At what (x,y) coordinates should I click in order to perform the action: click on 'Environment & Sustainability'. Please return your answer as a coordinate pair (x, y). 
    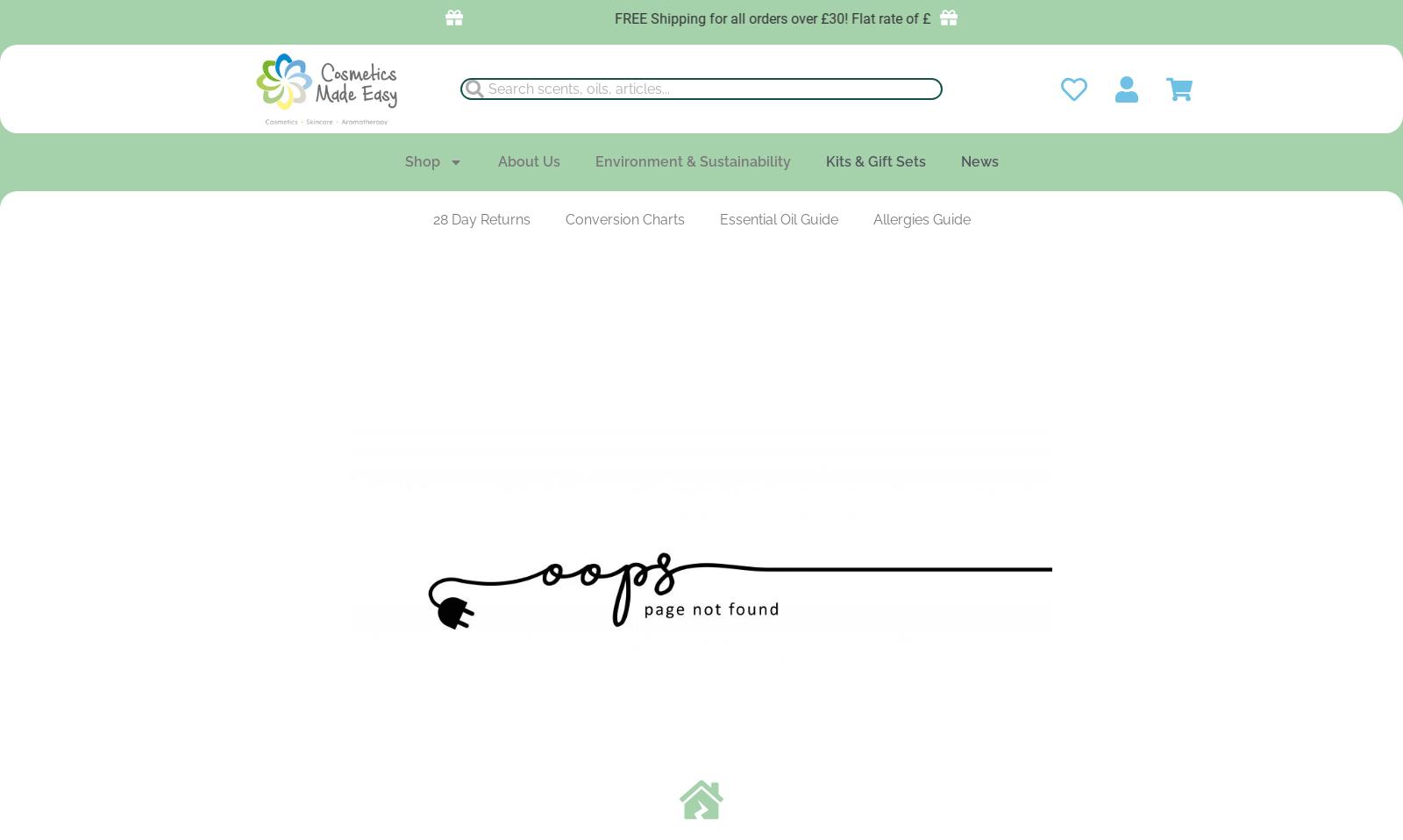
    Looking at the image, I should click on (692, 160).